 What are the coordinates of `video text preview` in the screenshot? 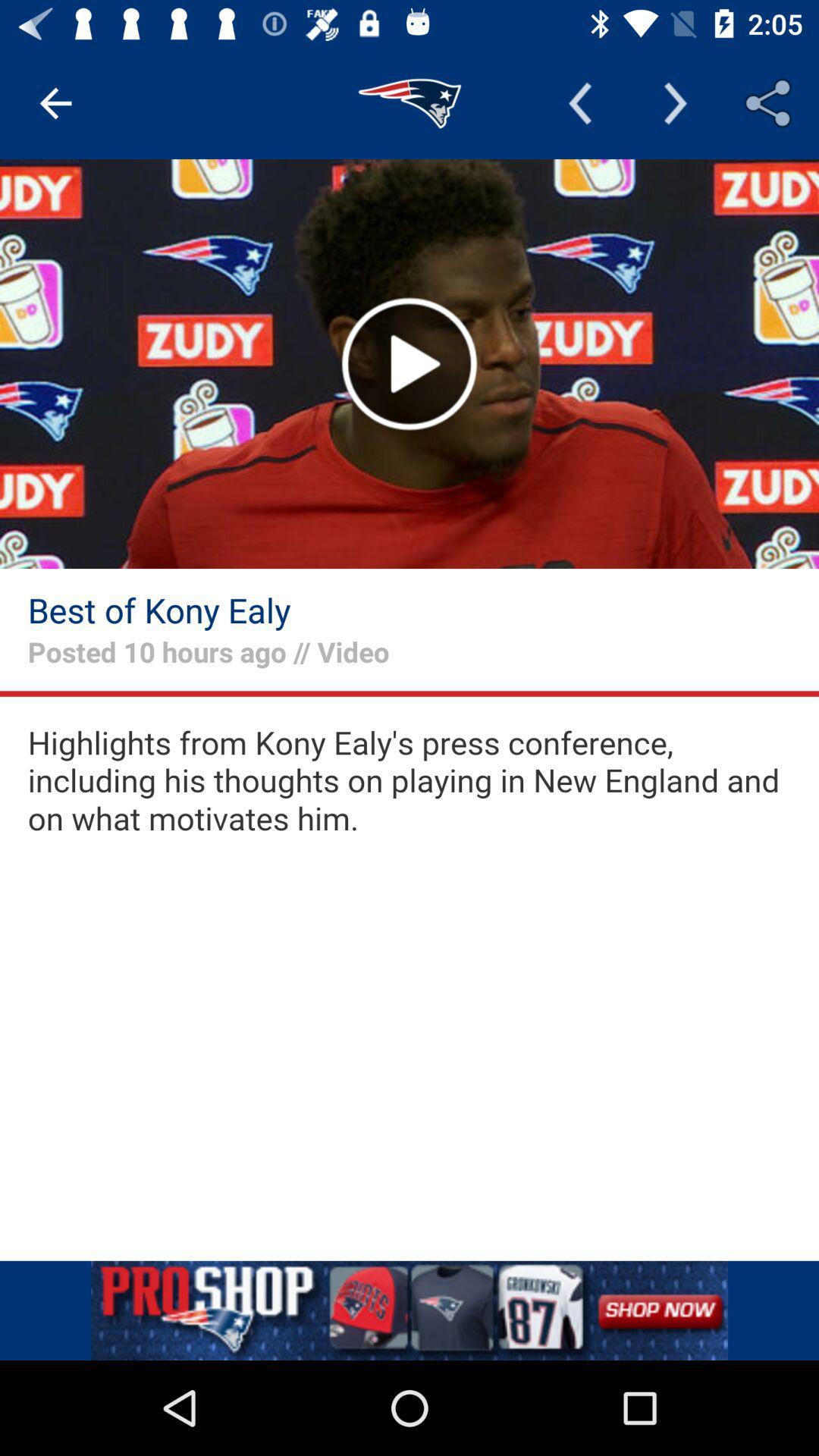 It's located at (409, 781).